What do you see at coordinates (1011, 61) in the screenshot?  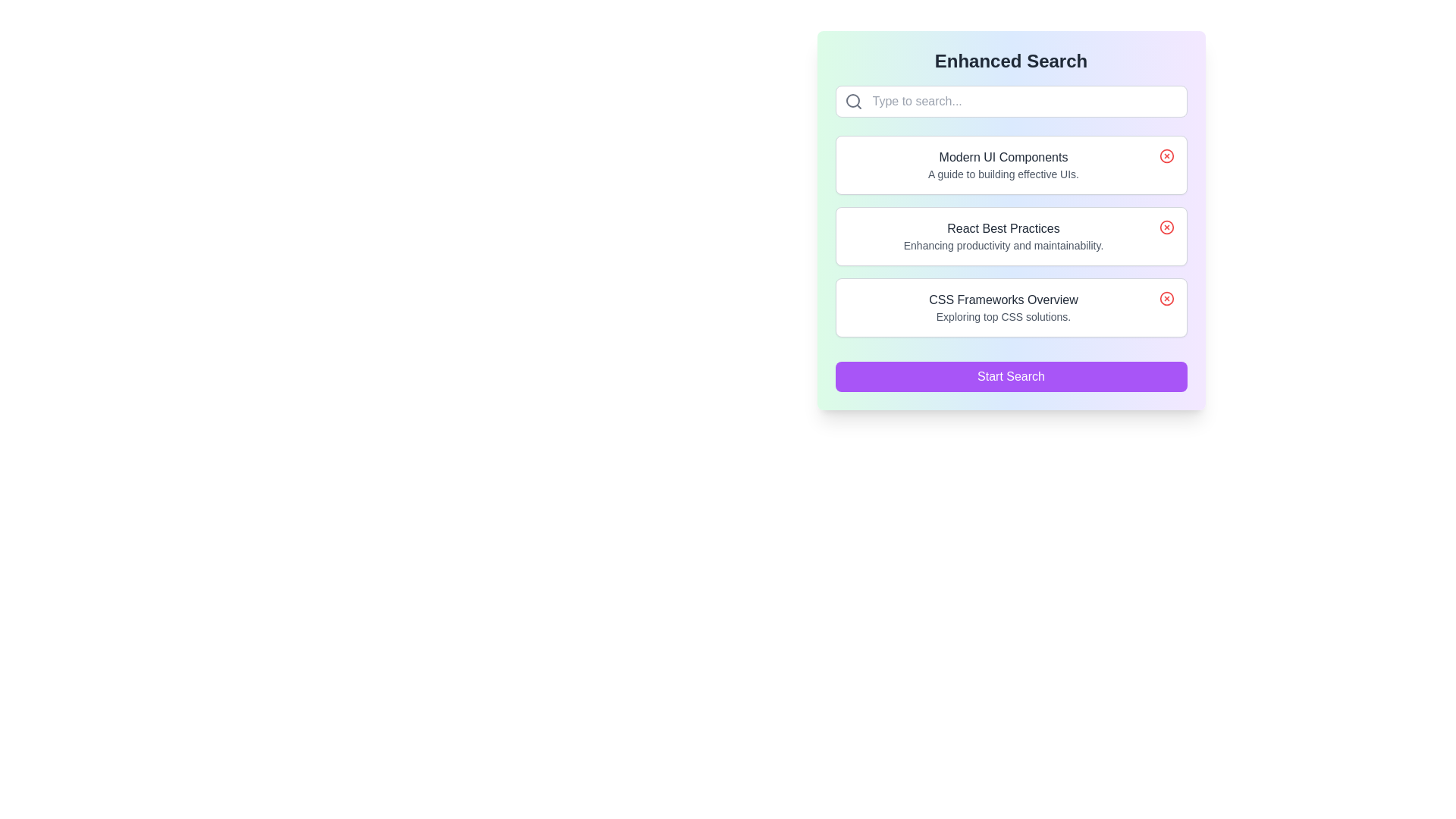 I see `text element that serves as the title or headline for the section, positioned at the top-center of the layout above the search input field` at bounding box center [1011, 61].